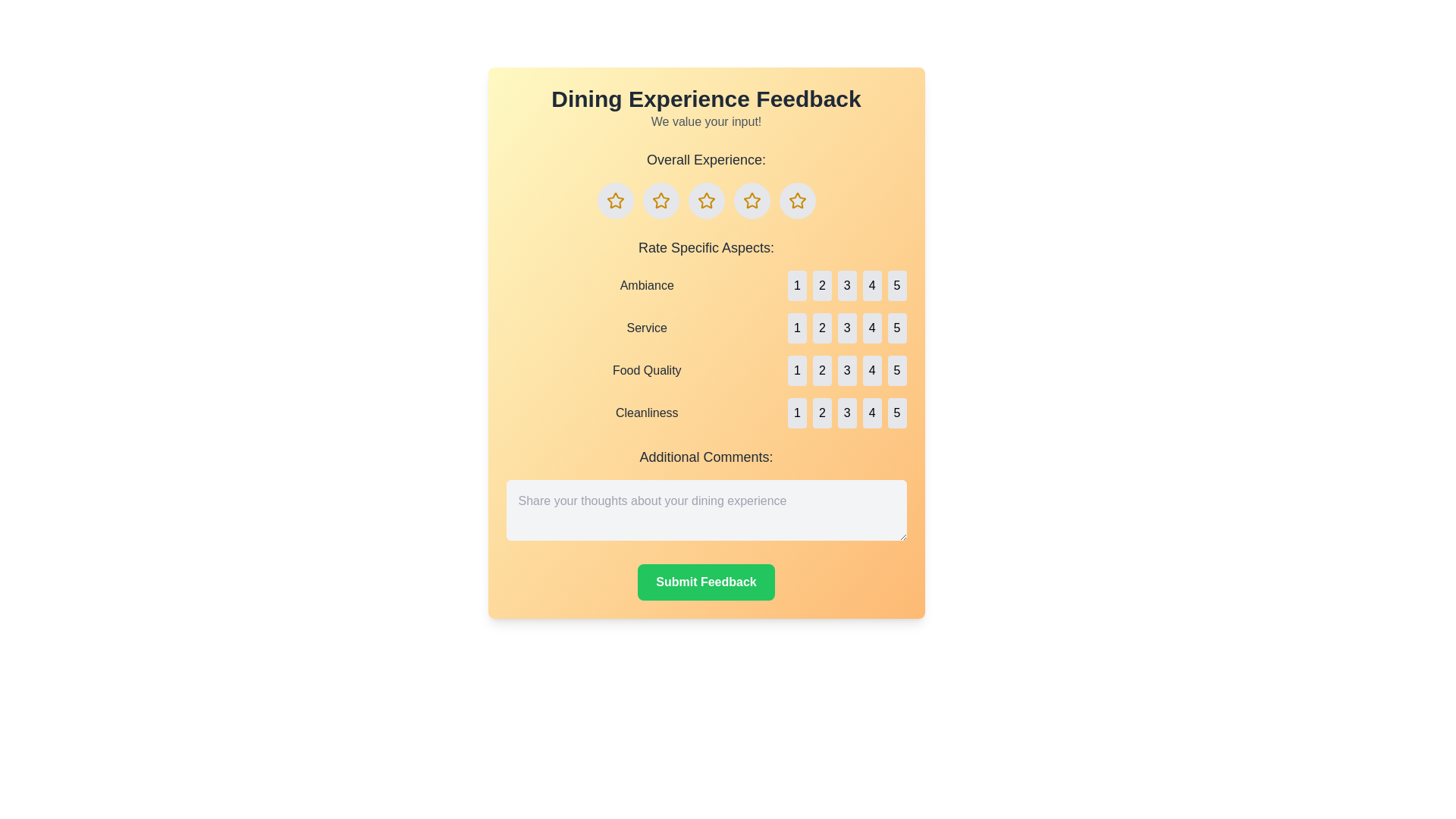 Image resolution: width=1456 pixels, height=819 pixels. Describe the element at coordinates (796, 413) in the screenshot. I see `the first cleanliness rating button labeled '1'` at that location.